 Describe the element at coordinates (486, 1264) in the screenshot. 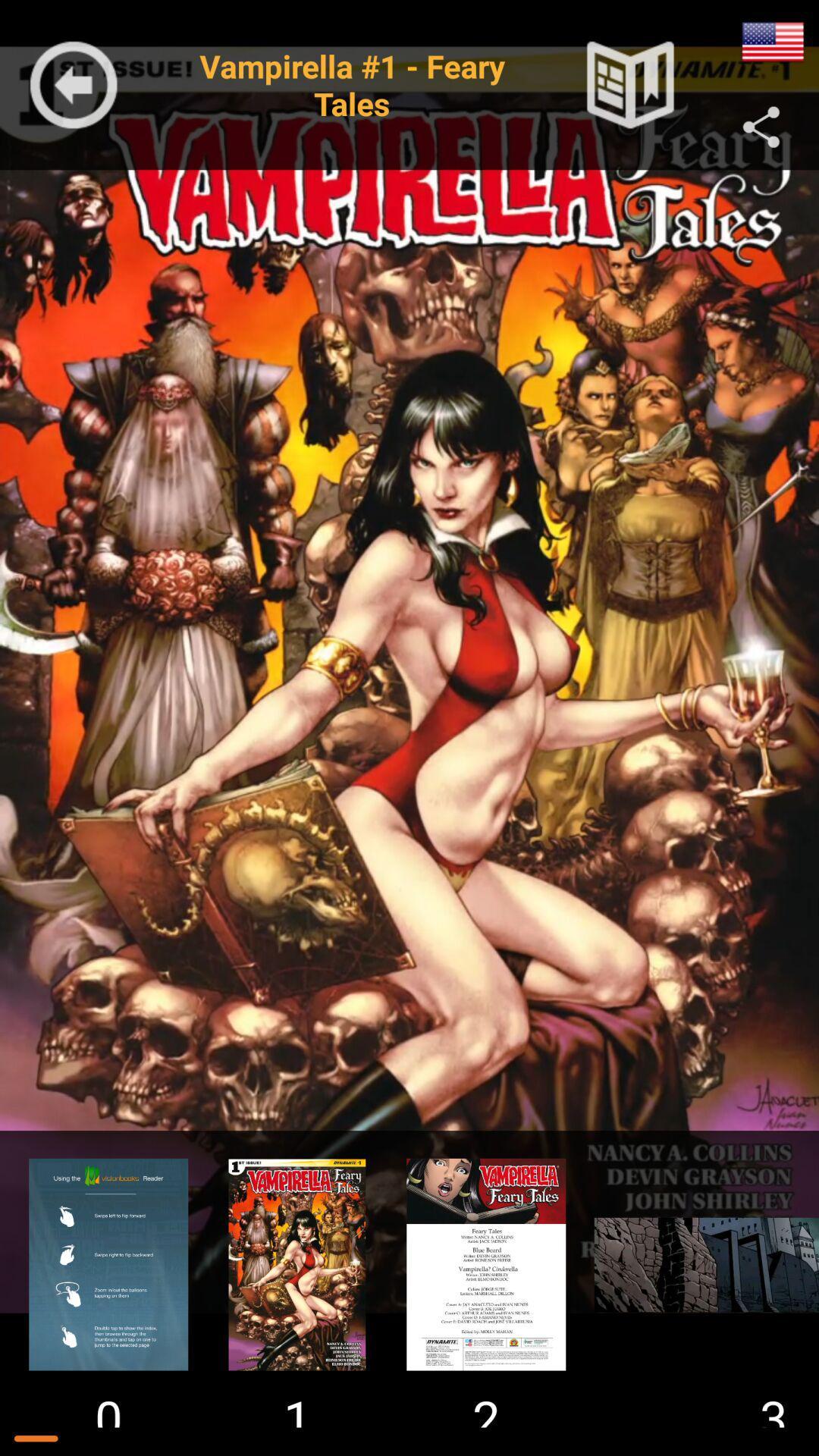

I see `preview screen` at that location.